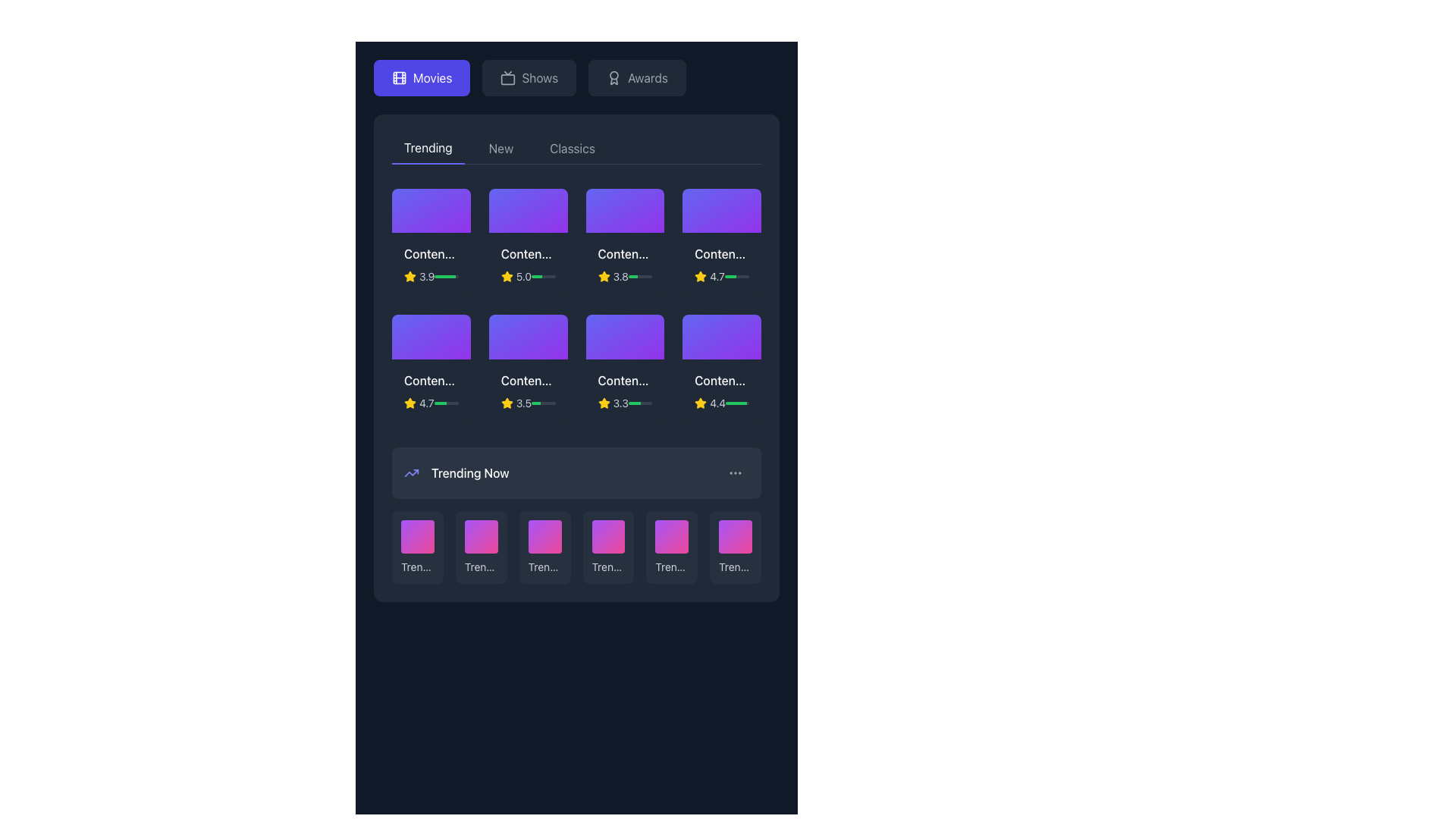 The image size is (1456, 819). What do you see at coordinates (431, 78) in the screenshot?
I see `the 'Movies' text label that is embedded in a clickable button within the top-left region of the interface's horizontal navigation menu` at bounding box center [431, 78].